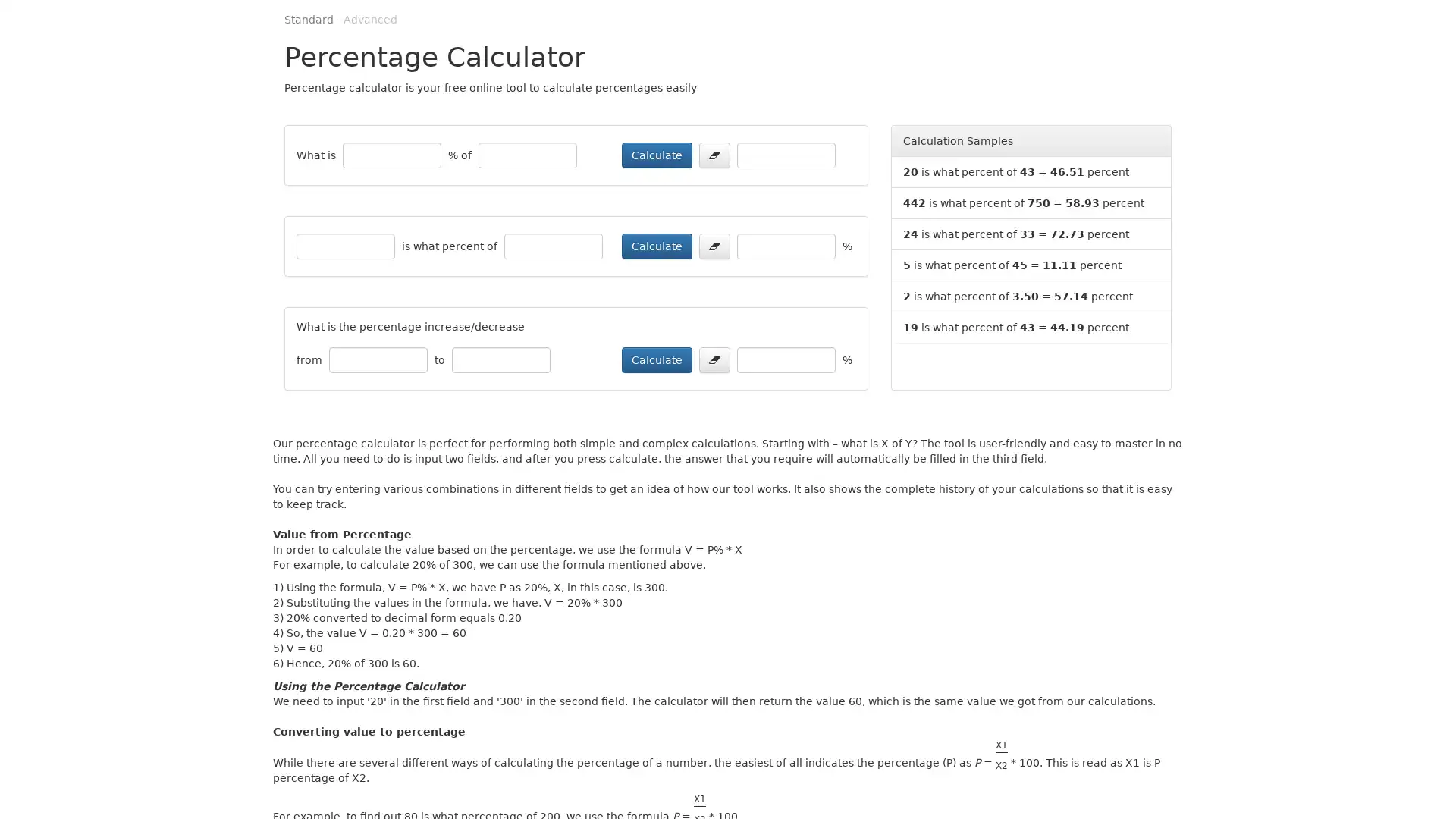  Describe the element at coordinates (657, 155) in the screenshot. I see `Calculate` at that location.